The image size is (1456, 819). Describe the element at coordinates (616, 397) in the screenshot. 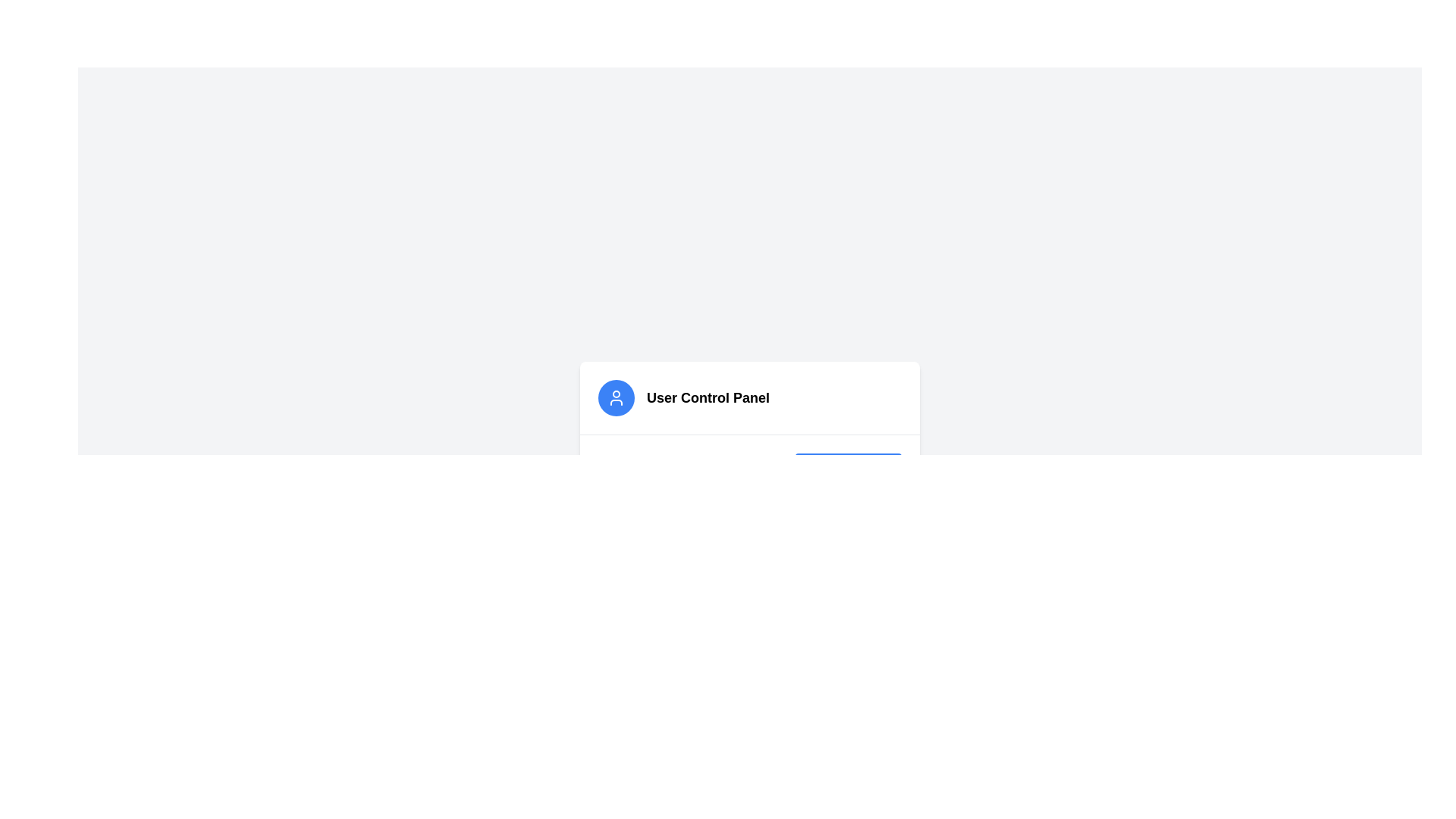

I see `the user icon, which is a visual representation of a user or profile, located to the left of the 'User Control Panel' text label` at that location.